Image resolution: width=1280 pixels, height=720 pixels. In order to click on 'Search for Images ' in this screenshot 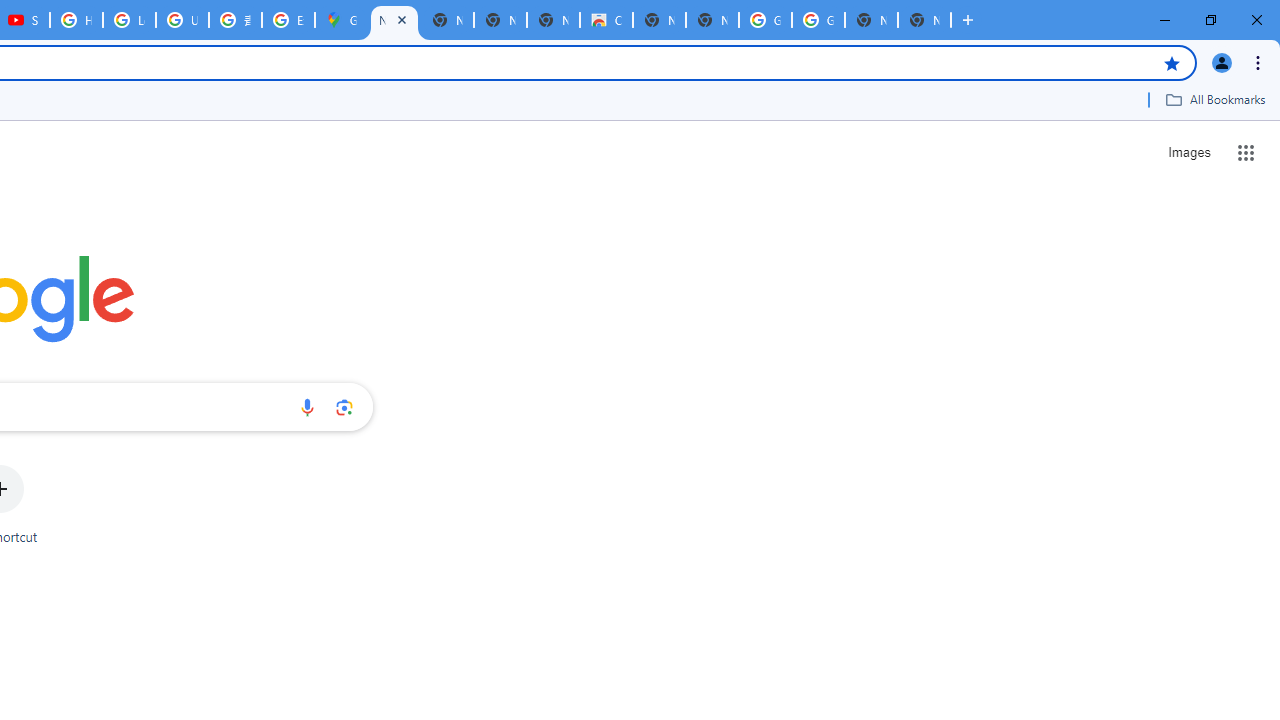, I will do `click(1189, 152)`.